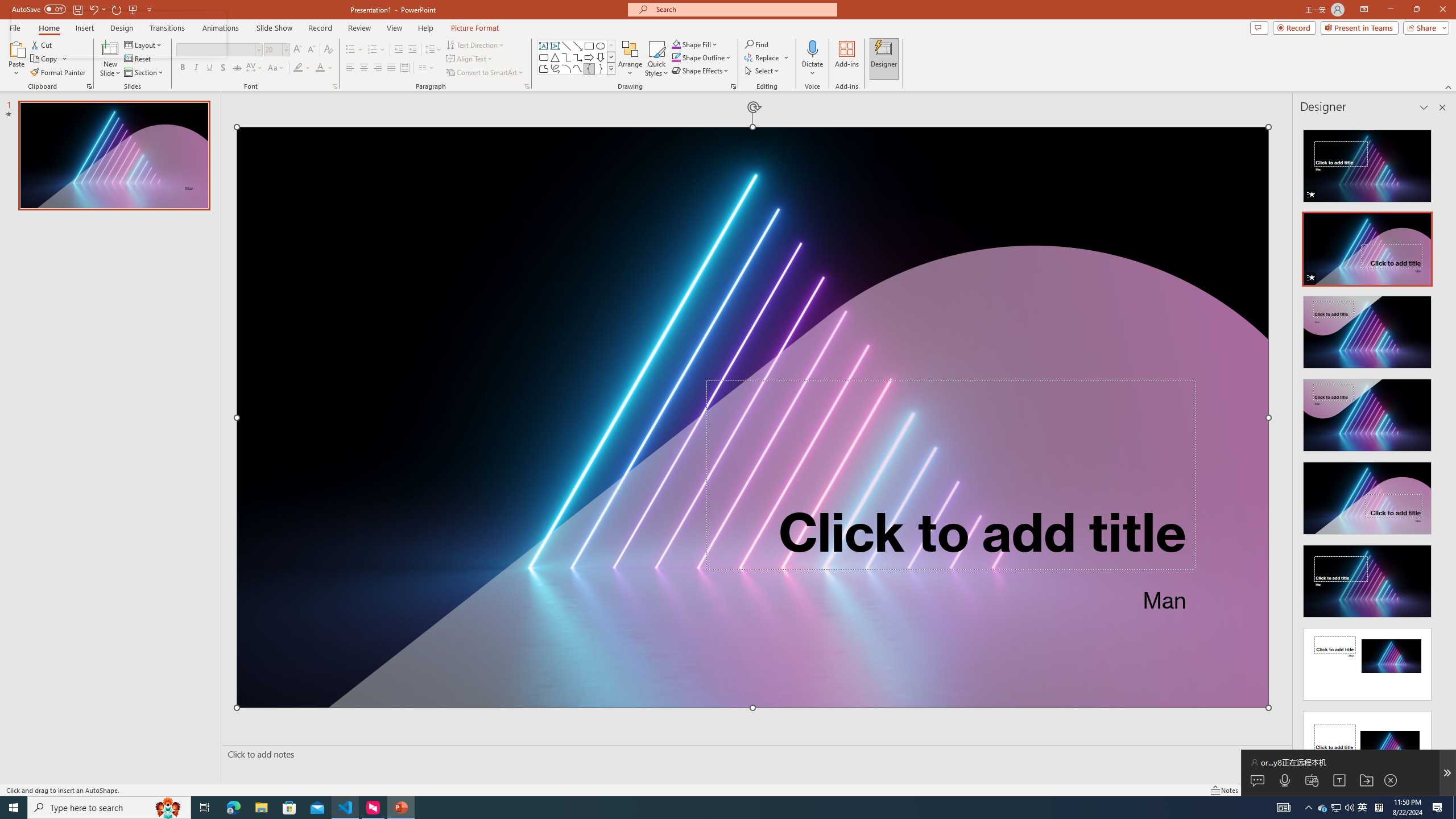  What do you see at coordinates (110, 59) in the screenshot?
I see `'New Slide'` at bounding box center [110, 59].